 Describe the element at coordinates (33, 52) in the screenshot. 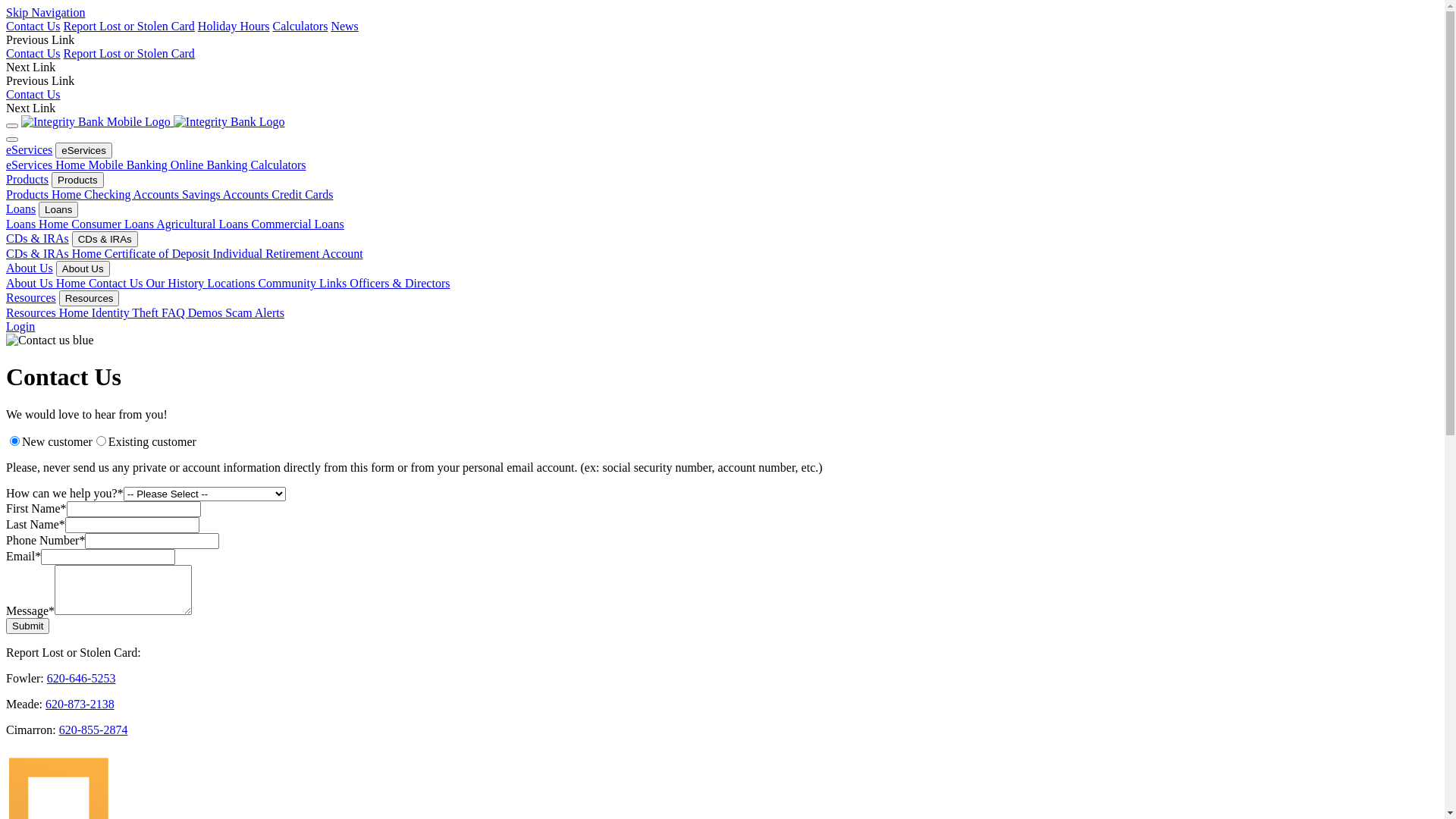

I see `'Contact Us'` at that location.